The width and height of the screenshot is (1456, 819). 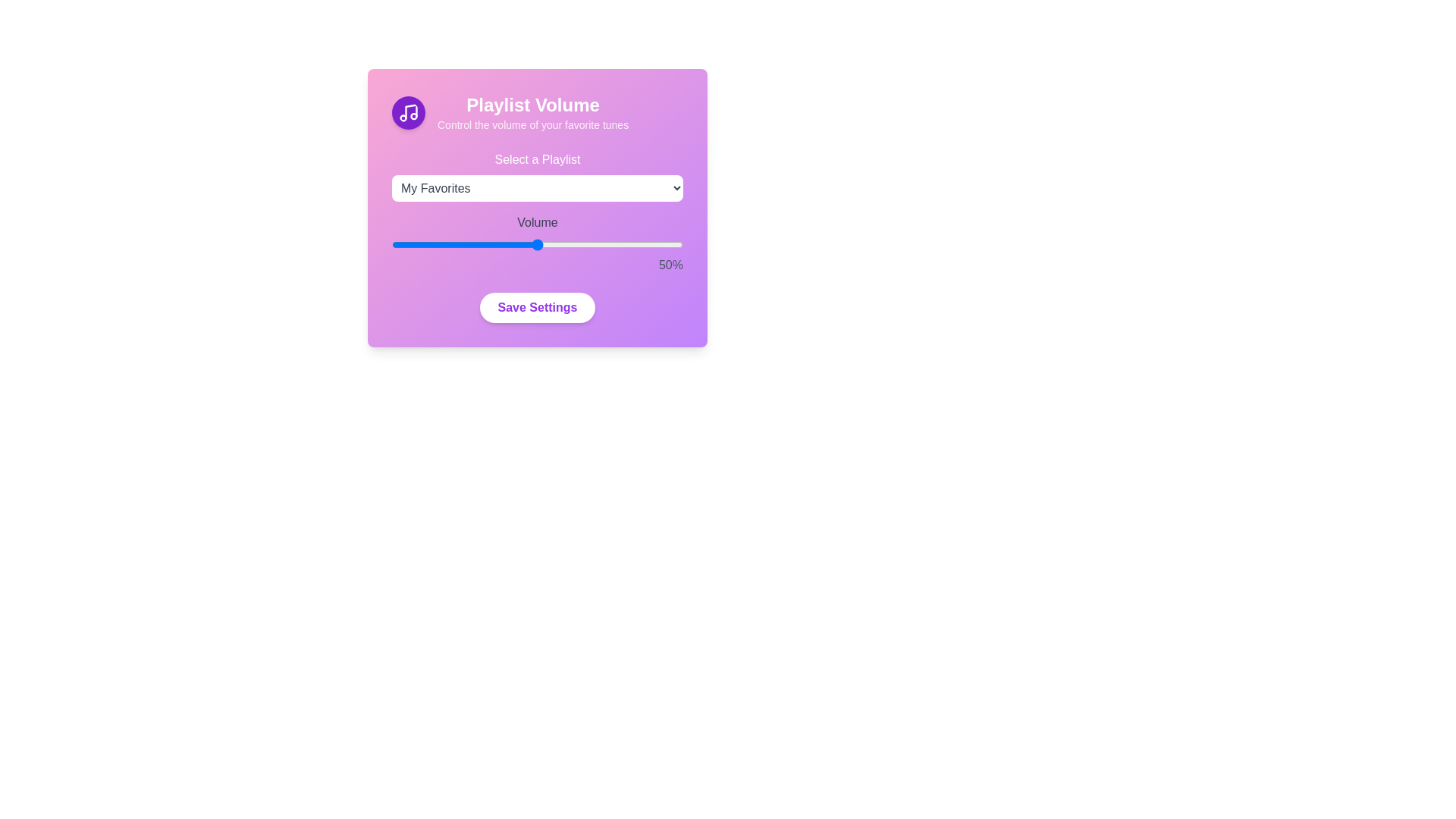 What do you see at coordinates (484, 244) in the screenshot?
I see `the volume slider to 32%` at bounding box center [484, 244].